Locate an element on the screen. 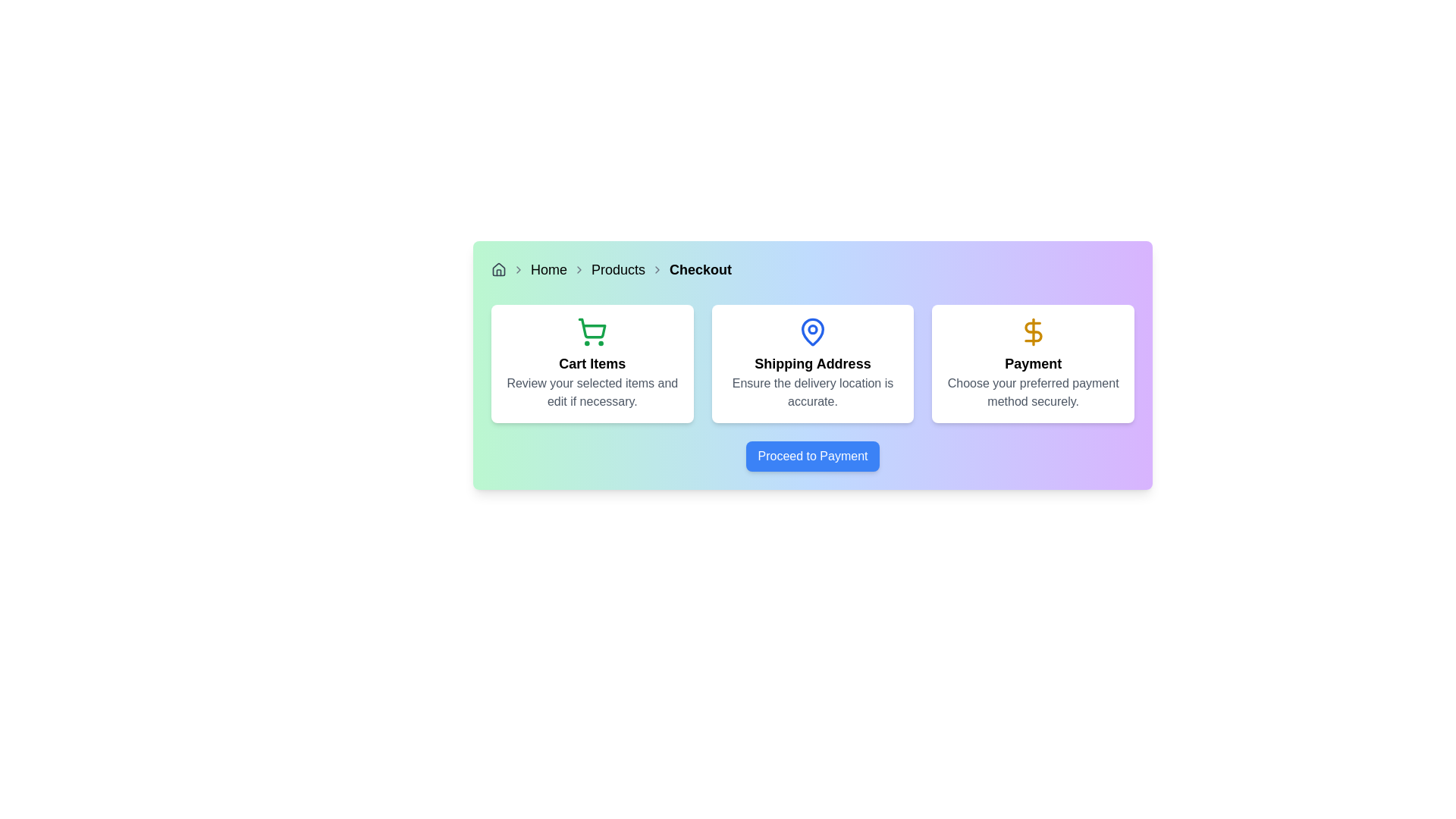 This screenshot has height=819, width=1456. the Informational card with the 'Cart Items' title and shopping cart icon, which is the first element in the top left corner of the grouping is located at coordinates (591, 363).